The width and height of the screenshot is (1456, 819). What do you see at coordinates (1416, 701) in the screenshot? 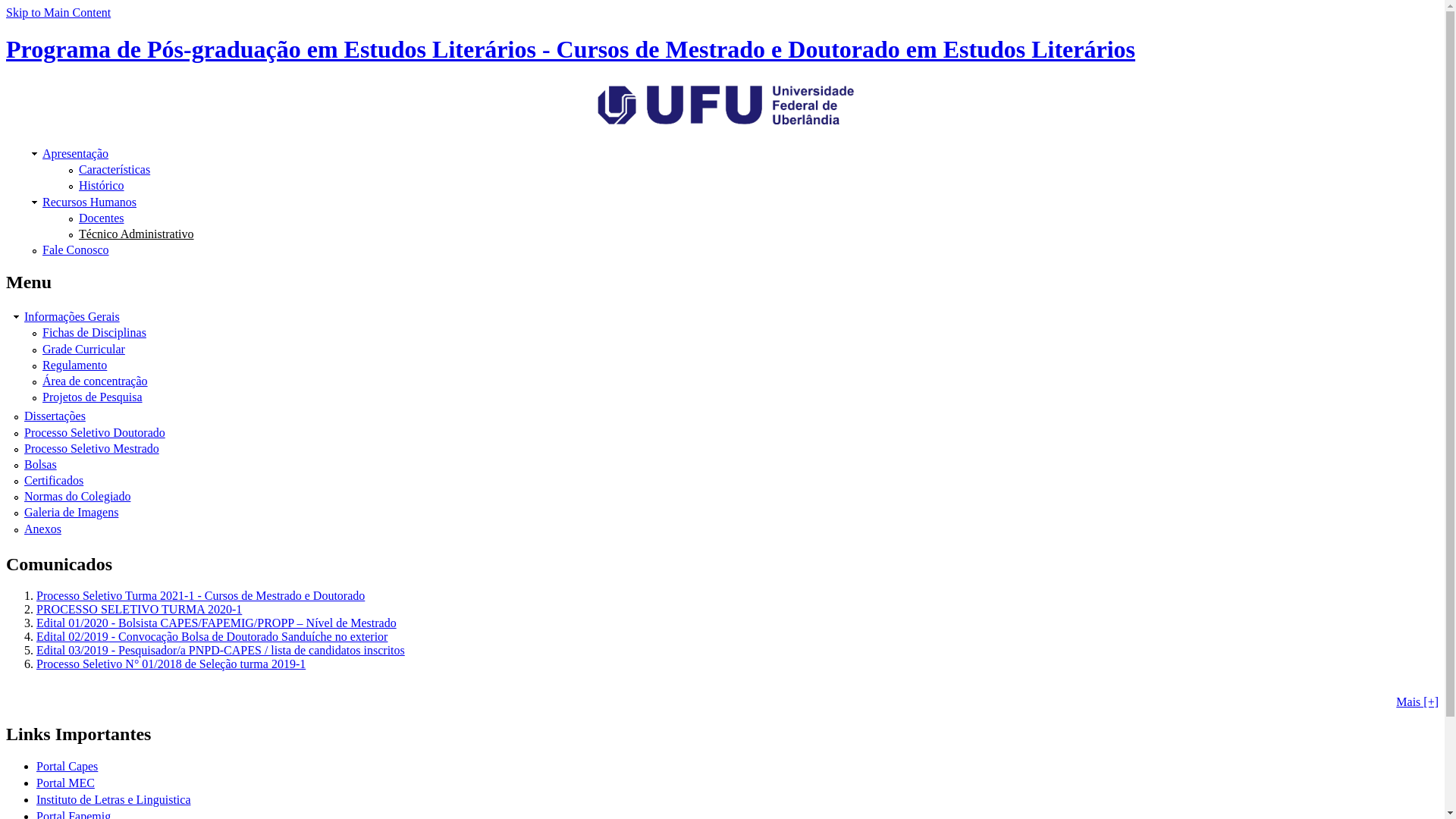
I see `'Mais [+]'` at bounding box center [1416, 701].